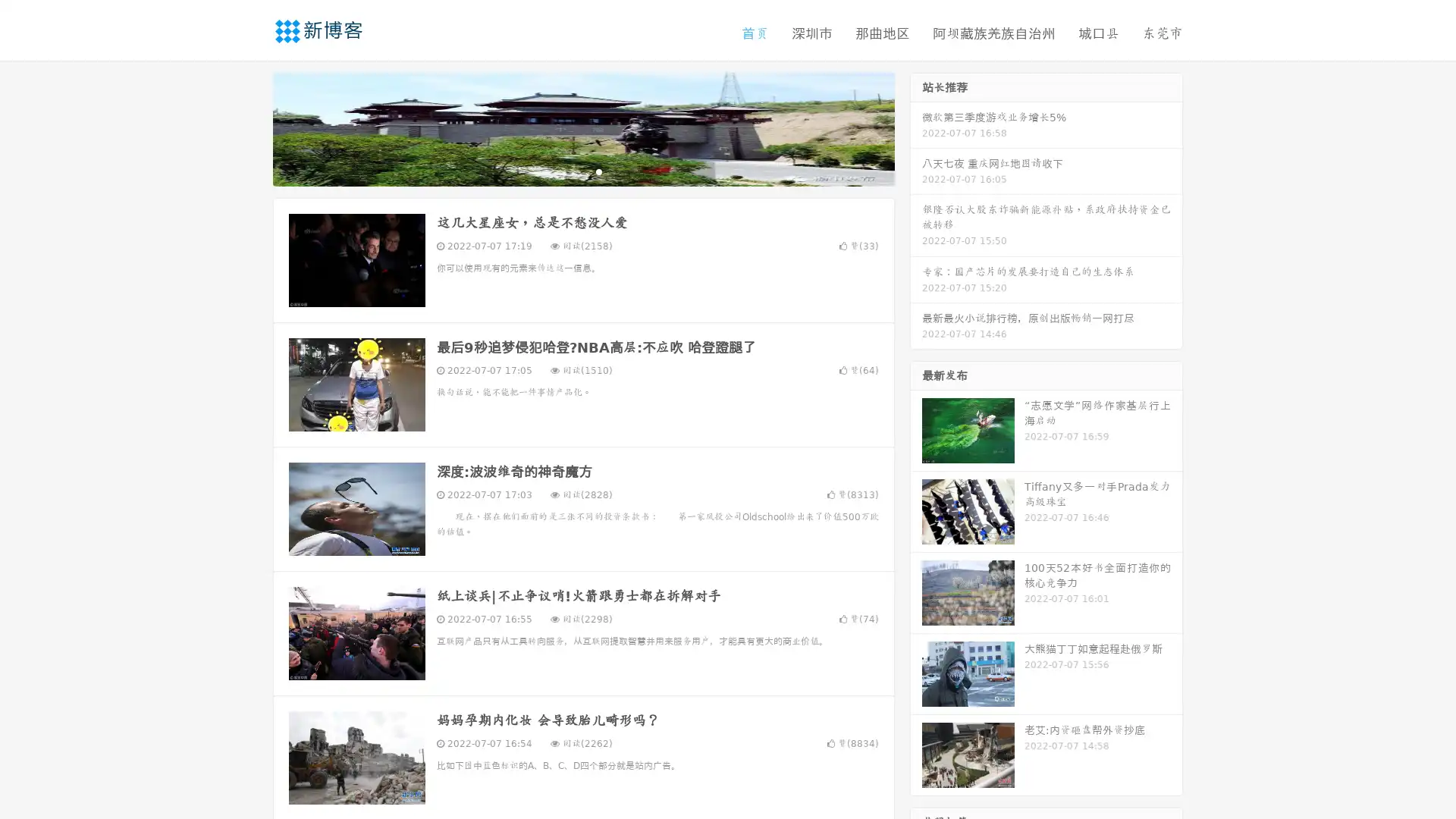 The image size is (1456, 819). Describe the element at coordinates (598, 171) in the screenshot. I see `Go to slide 3` at that location.